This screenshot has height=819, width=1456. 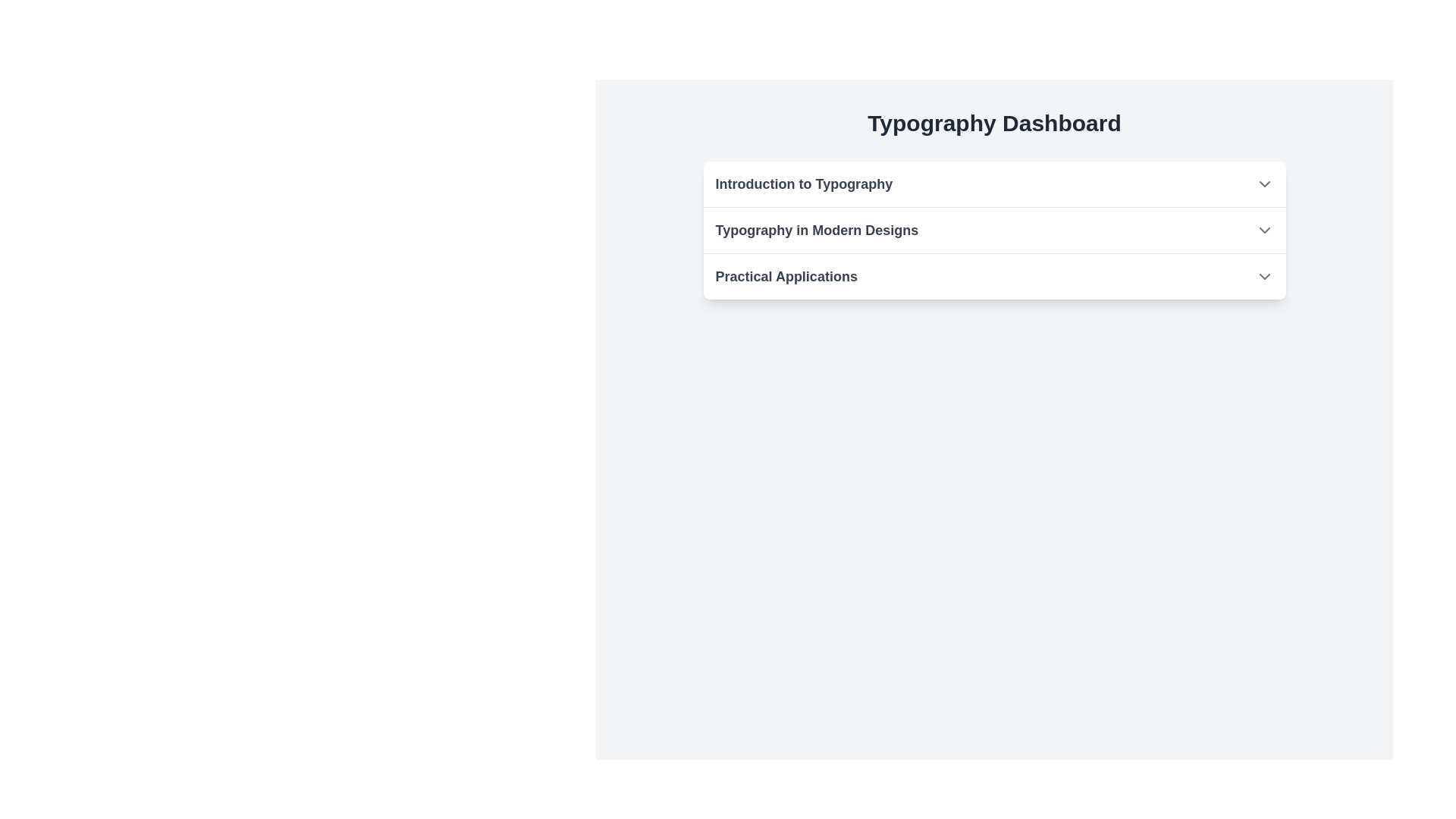 What do you see at coordinates (1264, 231) in the screenshot?
I see `the downward-pointing gray chevron icon located to the right of the text 'Typography in Modern Designs'` at bounding box center [1264, 231].